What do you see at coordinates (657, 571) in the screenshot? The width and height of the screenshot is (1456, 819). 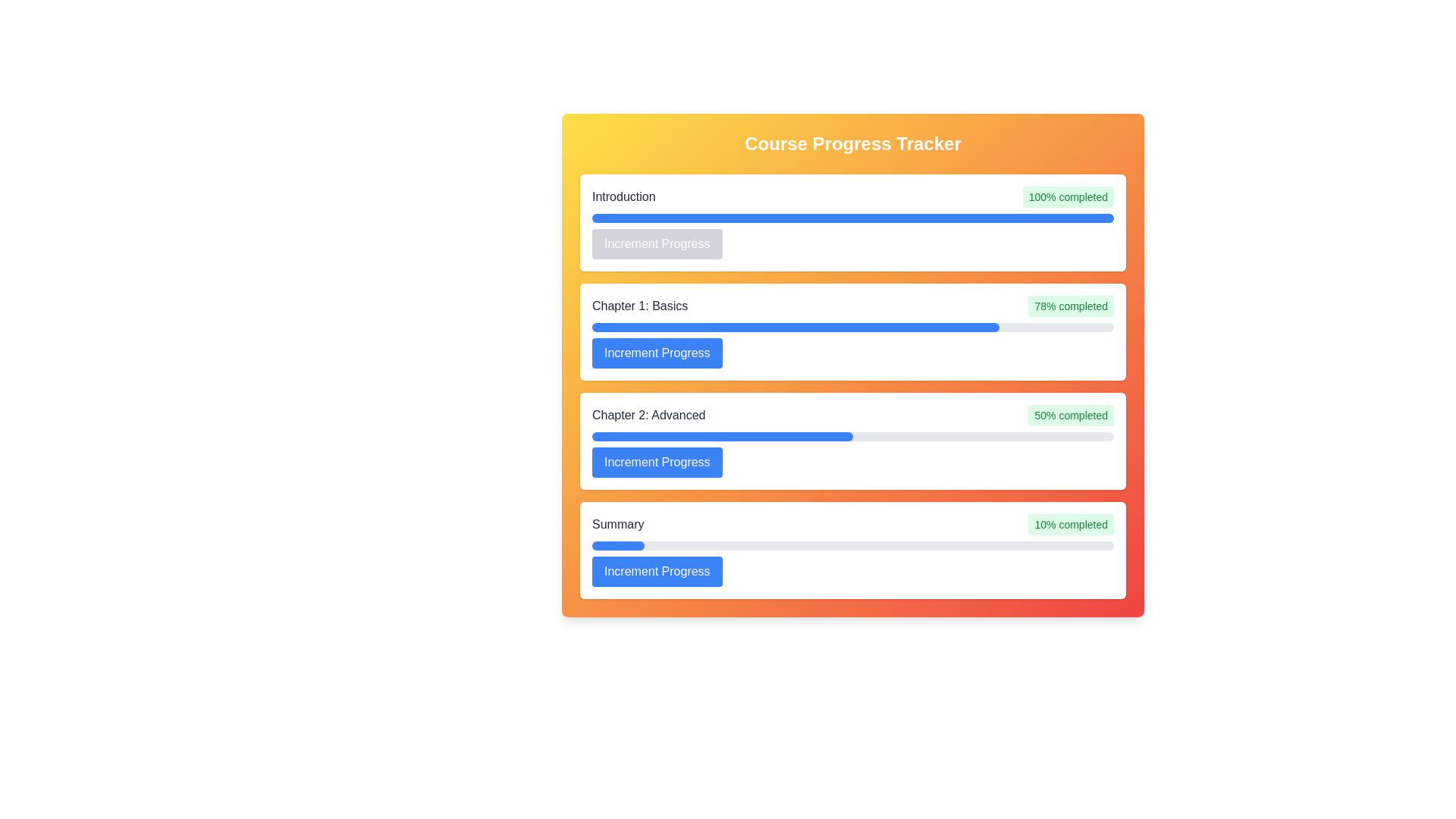 I see `the 'Increment Progress' button with a blue background and rounded corners located in the 'Summary' section` at bounding box center [657, 571].